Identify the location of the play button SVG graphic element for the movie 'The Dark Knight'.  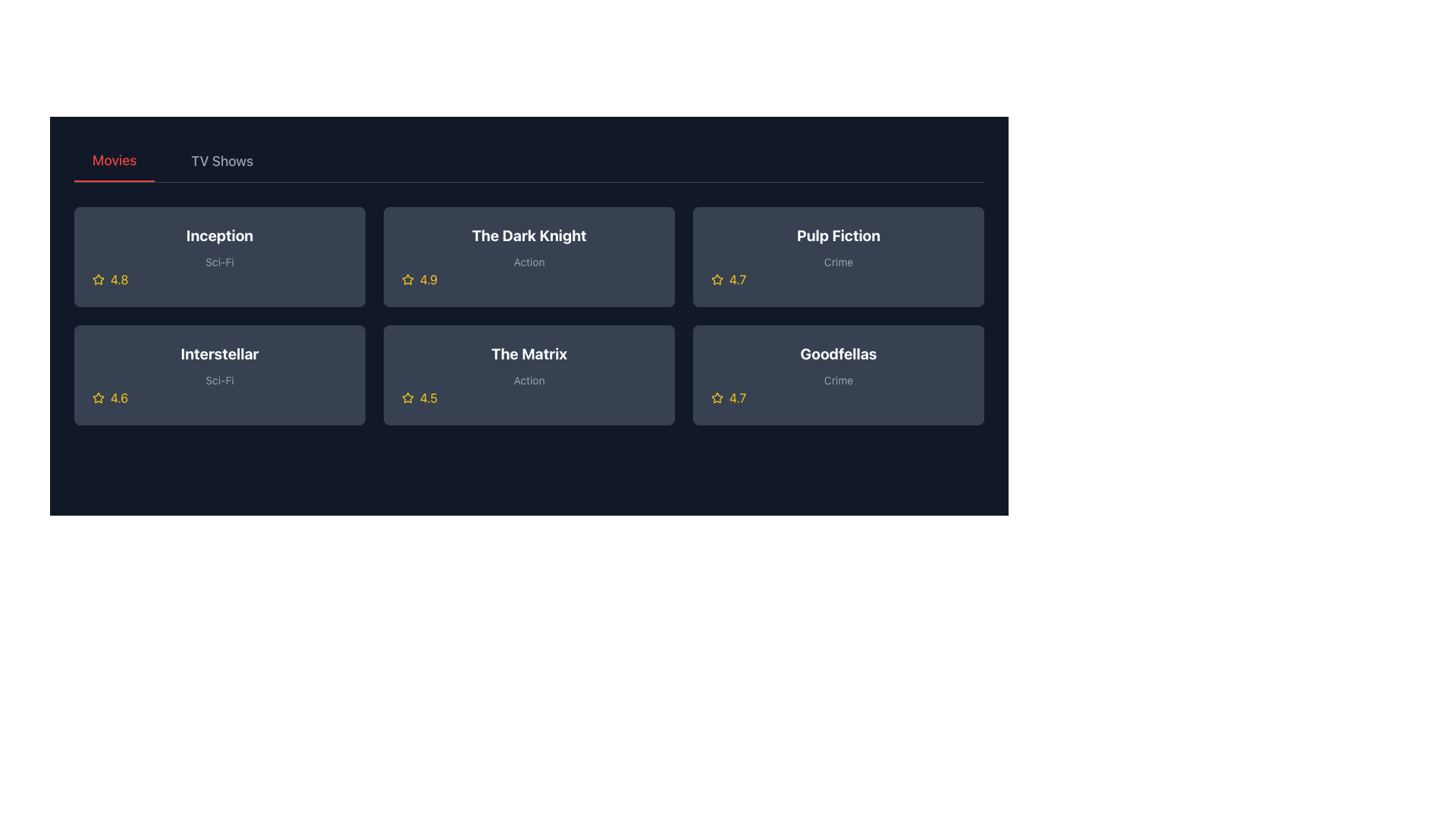
(479, 256).